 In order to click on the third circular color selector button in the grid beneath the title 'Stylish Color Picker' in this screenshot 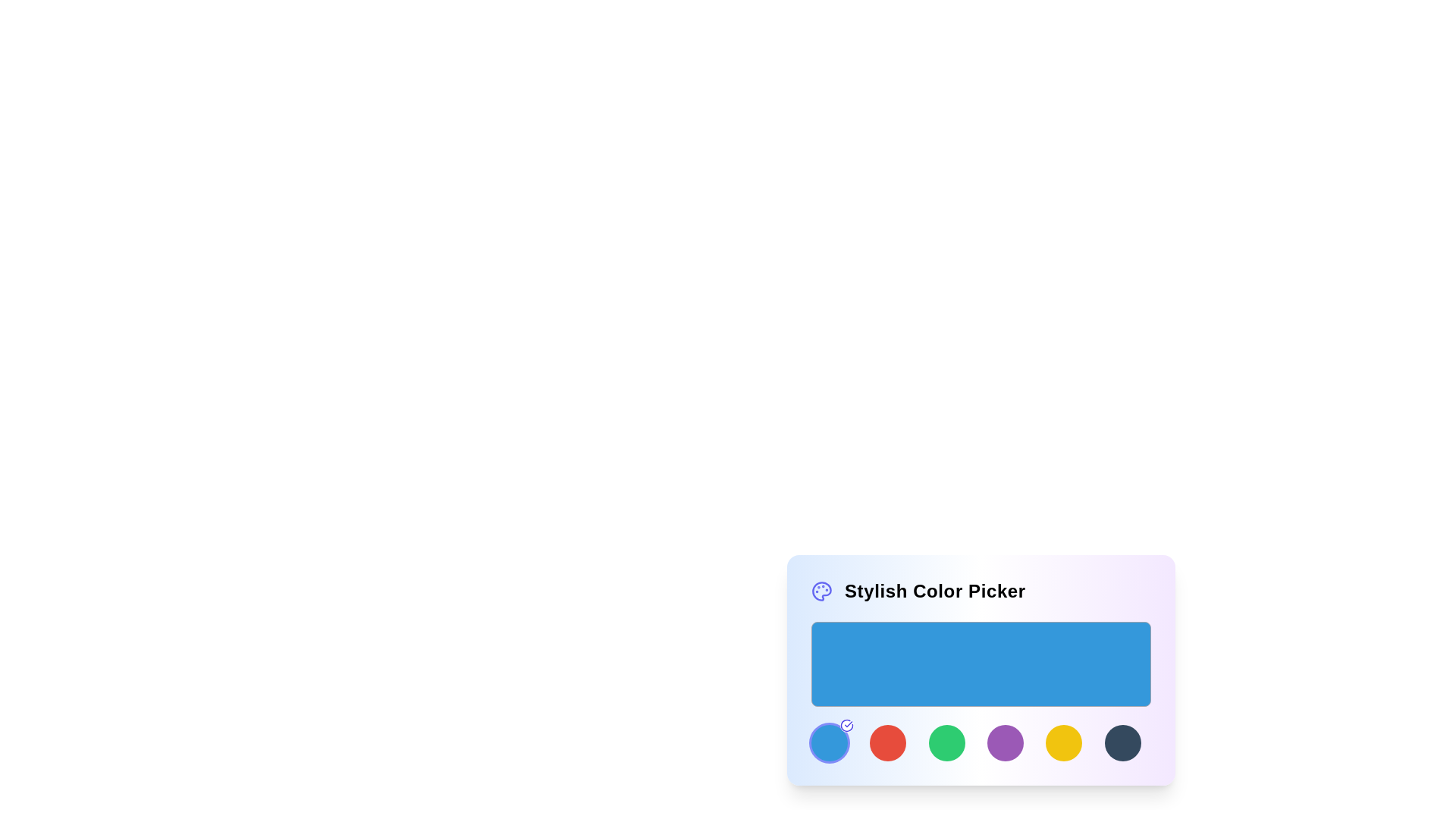, I will do `click(888, 742)`.